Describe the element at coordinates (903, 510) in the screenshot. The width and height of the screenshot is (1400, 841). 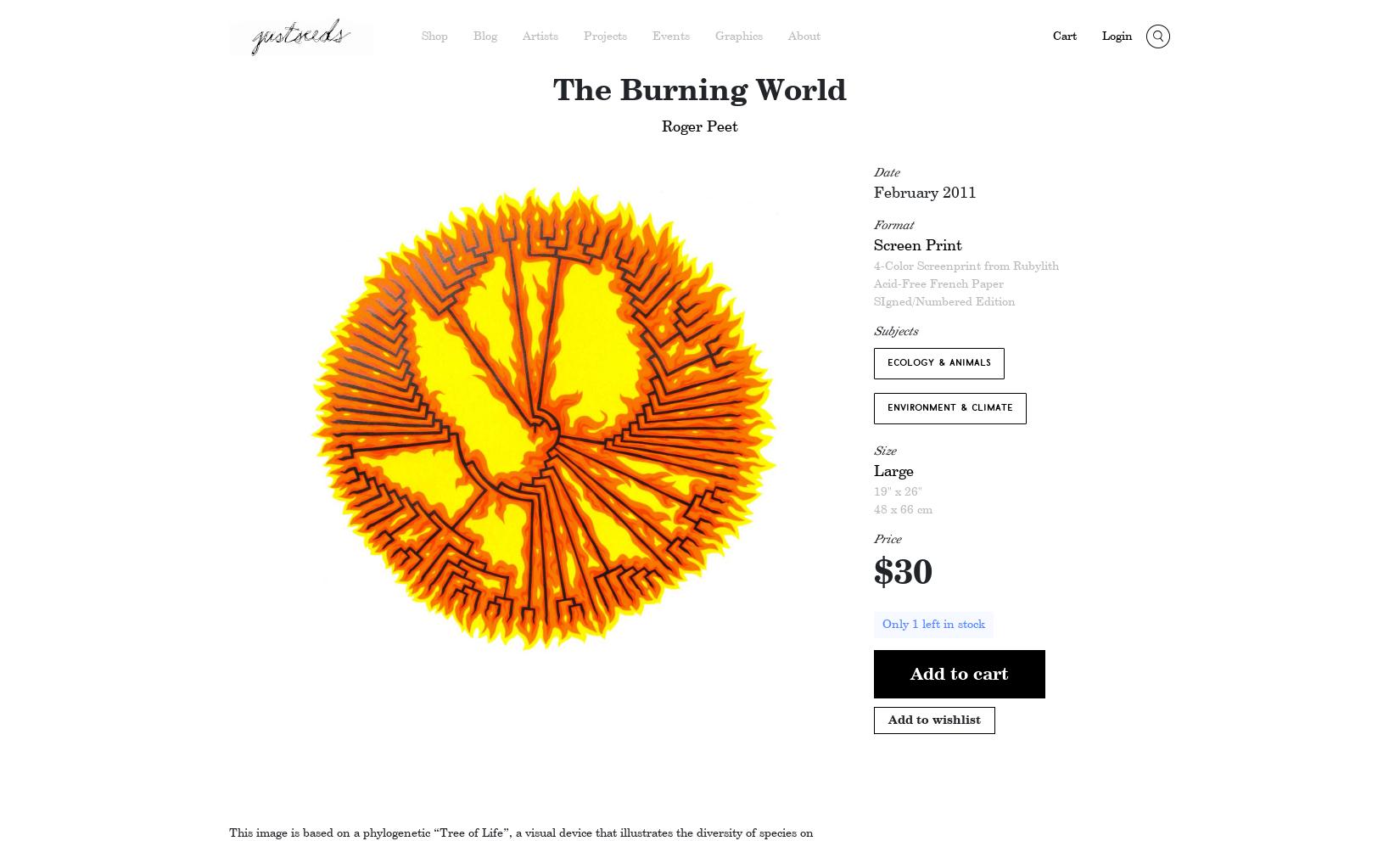
I see `'48 x 66 cm'` at that location.